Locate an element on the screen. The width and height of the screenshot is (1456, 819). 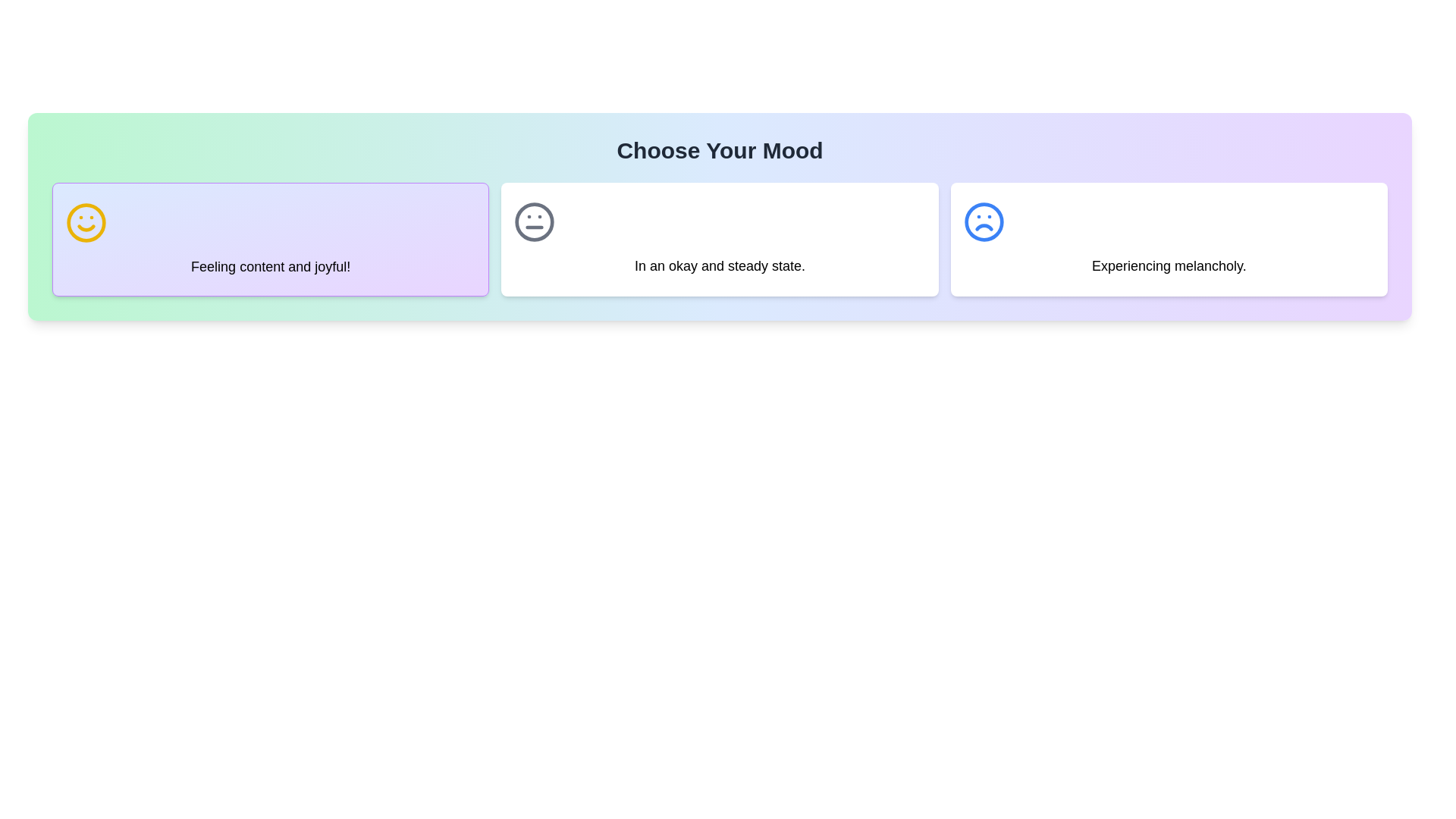
the visual state of the neutral mood icon, which is a circular face located in the middle mood selection box, adjacent to the text 'In an okay and steady state.' is located at coordinates (535, 222).